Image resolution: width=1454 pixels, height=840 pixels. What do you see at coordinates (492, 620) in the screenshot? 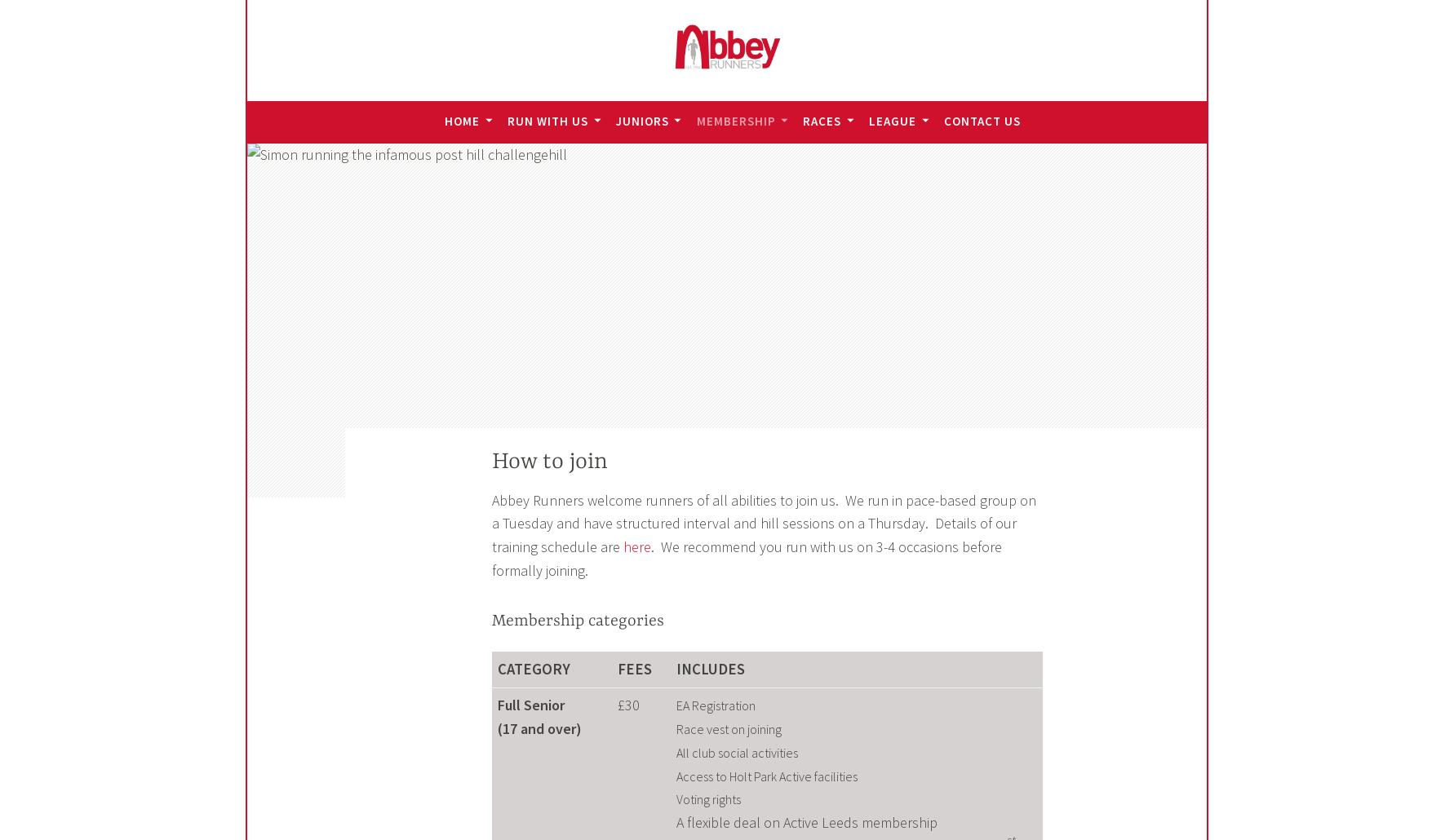
I see `'Membership categories'` at bounding box center [492, 620].